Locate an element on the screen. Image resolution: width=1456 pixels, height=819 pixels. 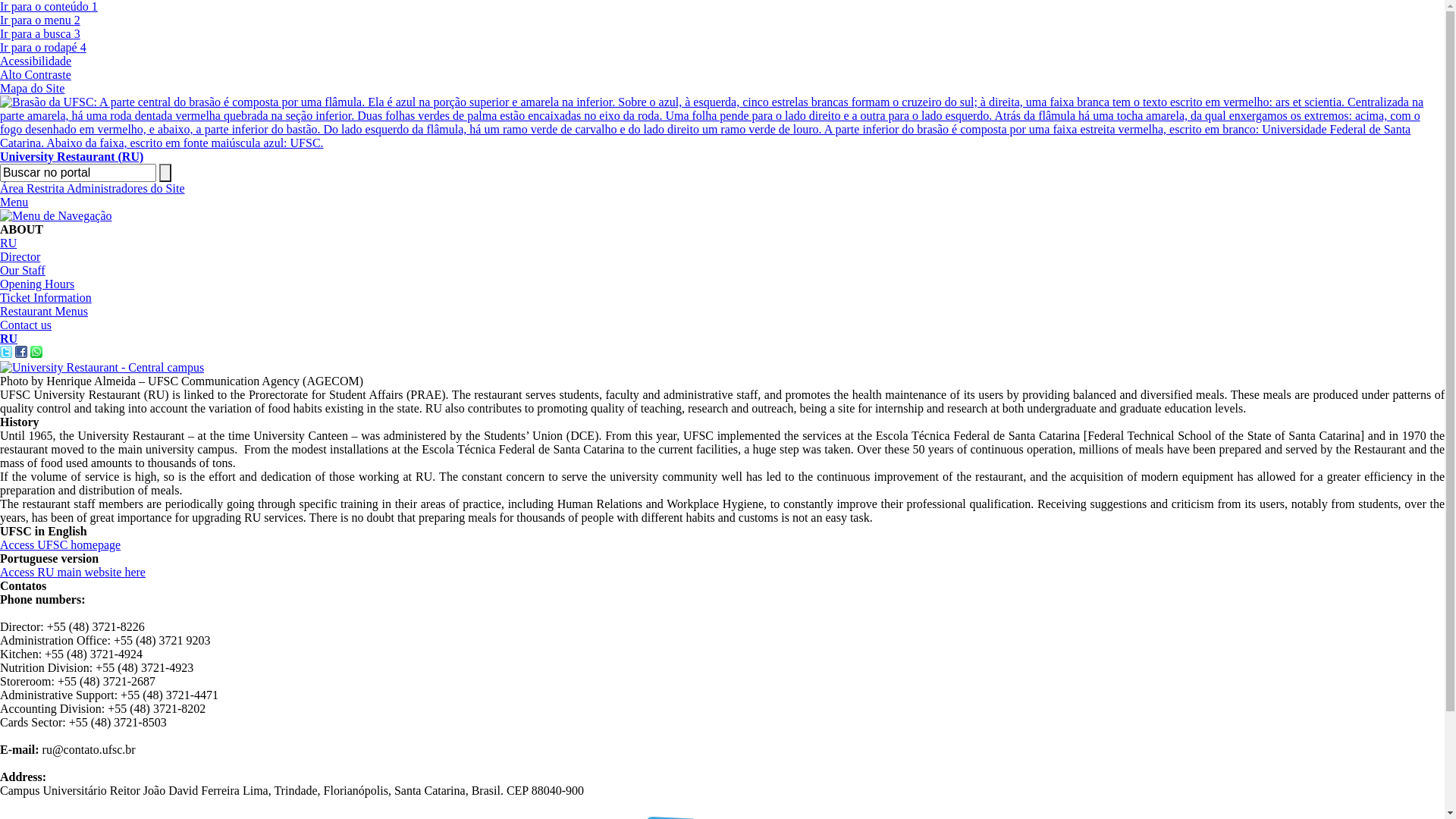
'Ir para a busca 3' is located at coordinates (39, 33).